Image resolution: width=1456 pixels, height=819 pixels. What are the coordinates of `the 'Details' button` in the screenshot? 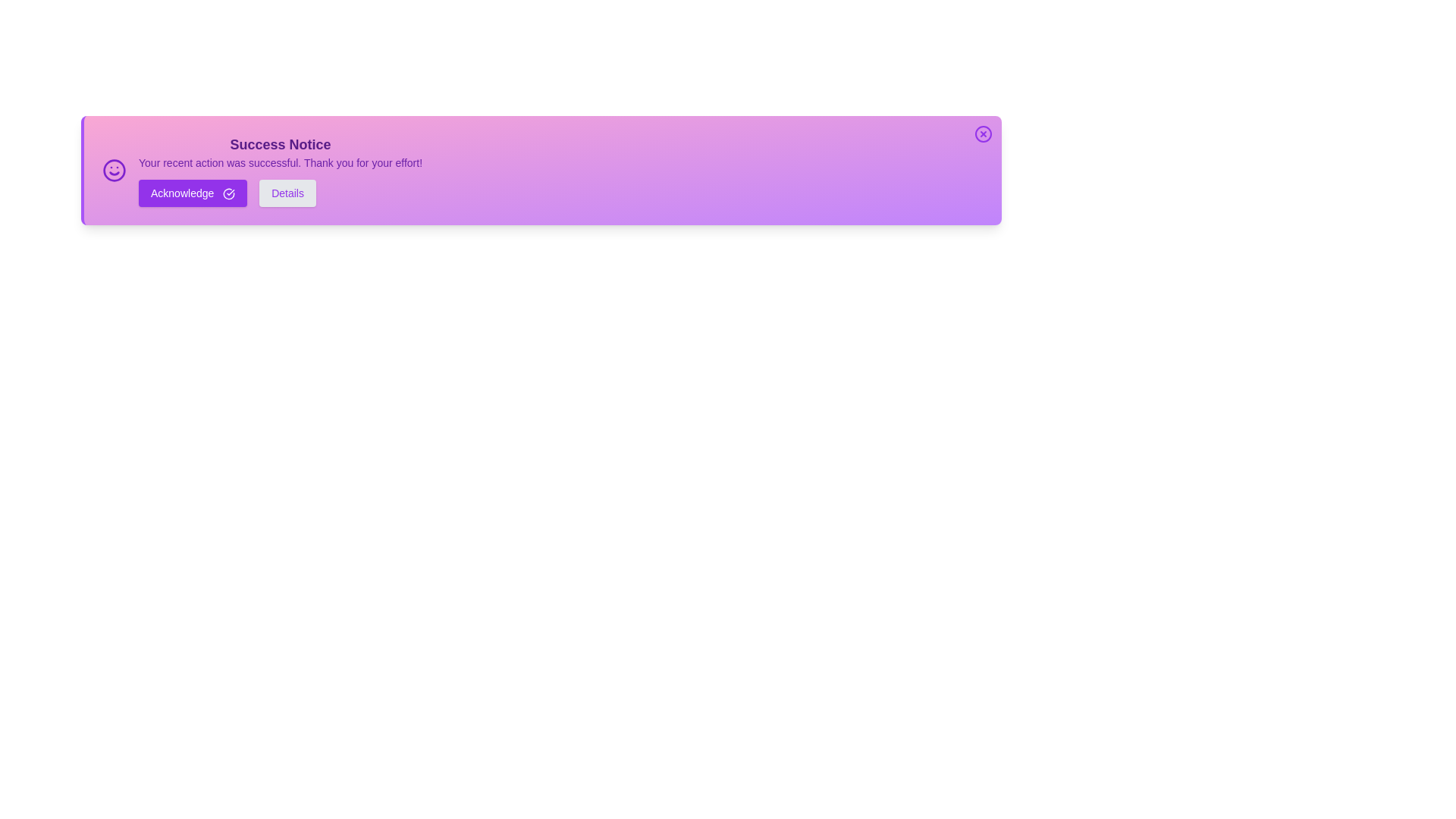 It's located at (287, 192).